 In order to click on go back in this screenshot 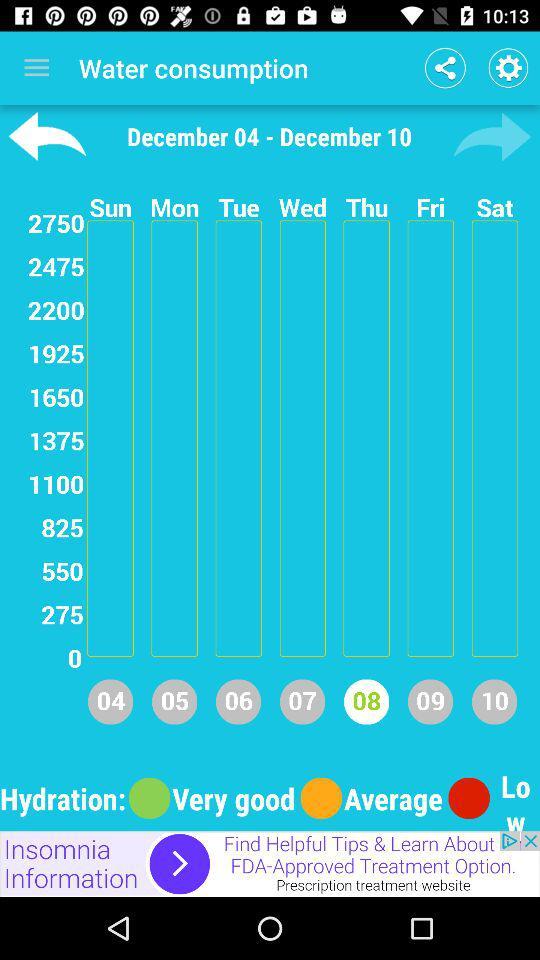, I will do `click(47, 135)`.